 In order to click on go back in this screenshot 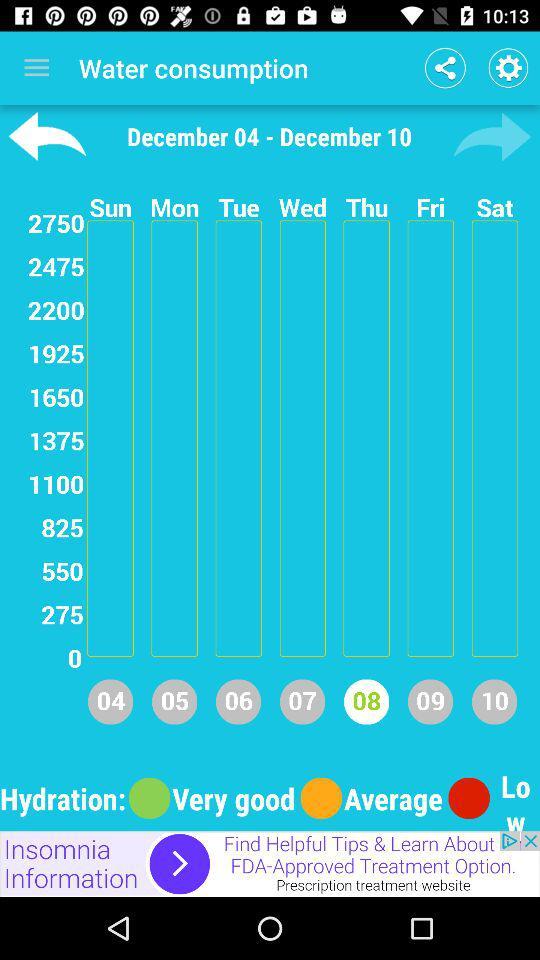, I will do `click(47, 135)`.